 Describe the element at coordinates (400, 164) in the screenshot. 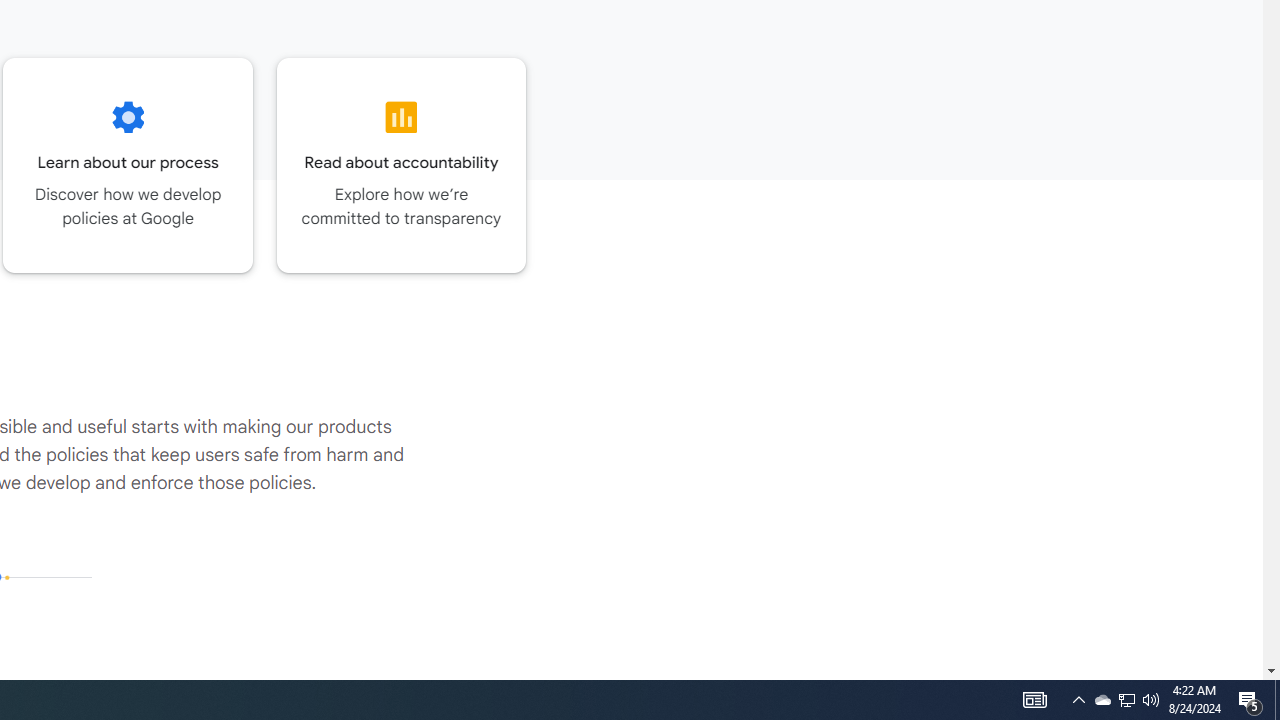

I see `'Go to the Accountability page'` at that location.